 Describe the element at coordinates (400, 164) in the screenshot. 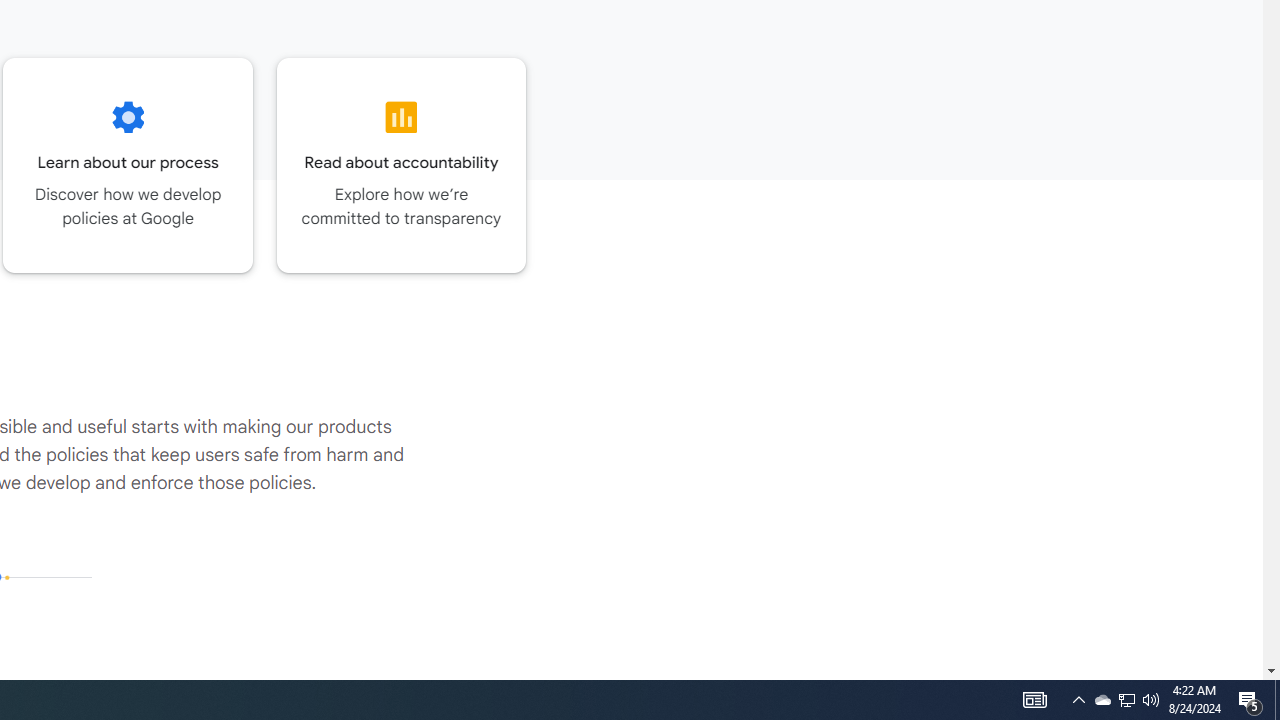

I see `'Go to the Accountability page'` at that location.